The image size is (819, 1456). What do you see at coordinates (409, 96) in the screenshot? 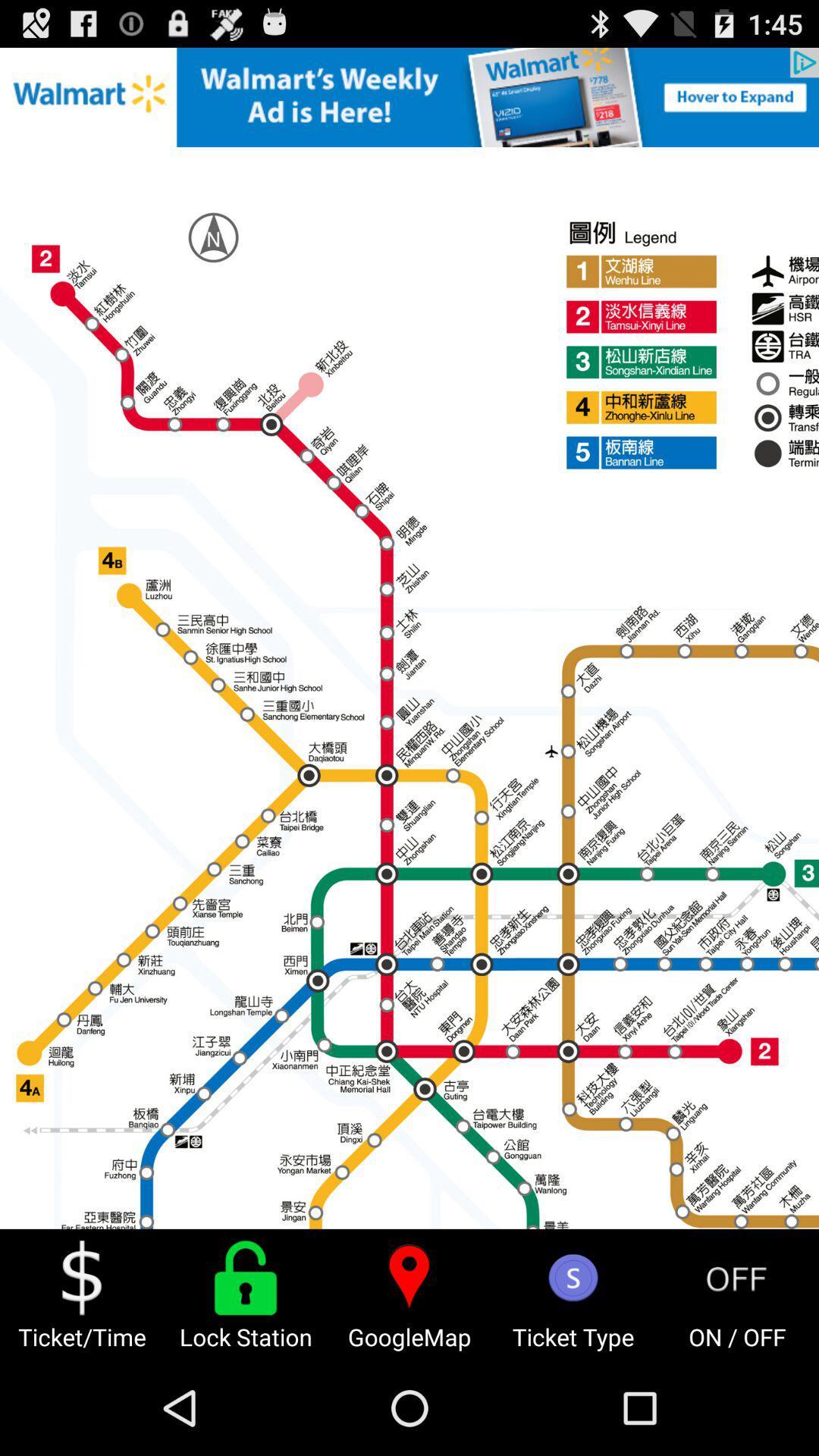
I see `open walmart advertisement` at bounding box center [409, 96].